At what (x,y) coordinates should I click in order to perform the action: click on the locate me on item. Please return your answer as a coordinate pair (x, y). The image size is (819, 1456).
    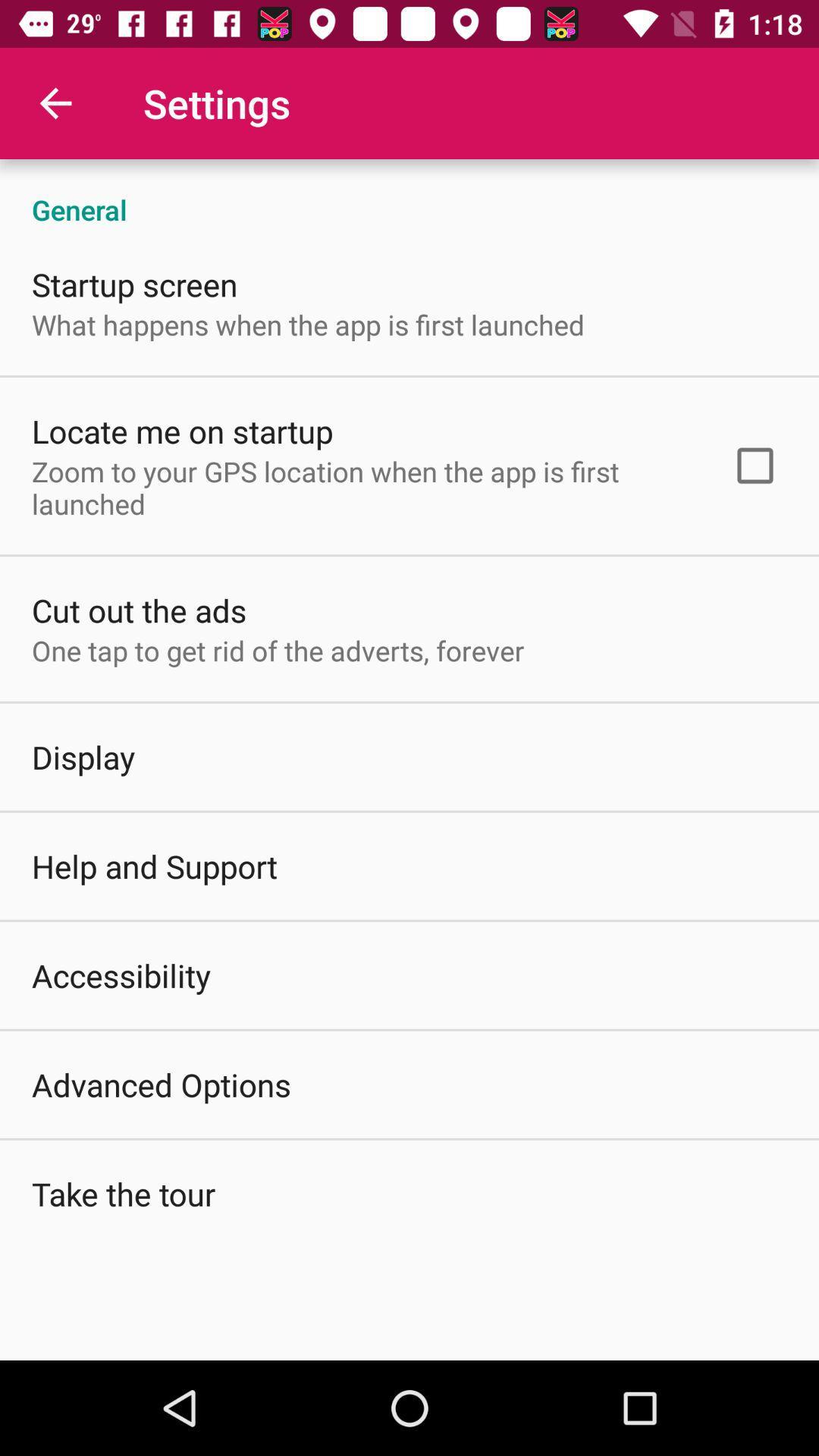
    Looking at the image, I should click on (181, 430).